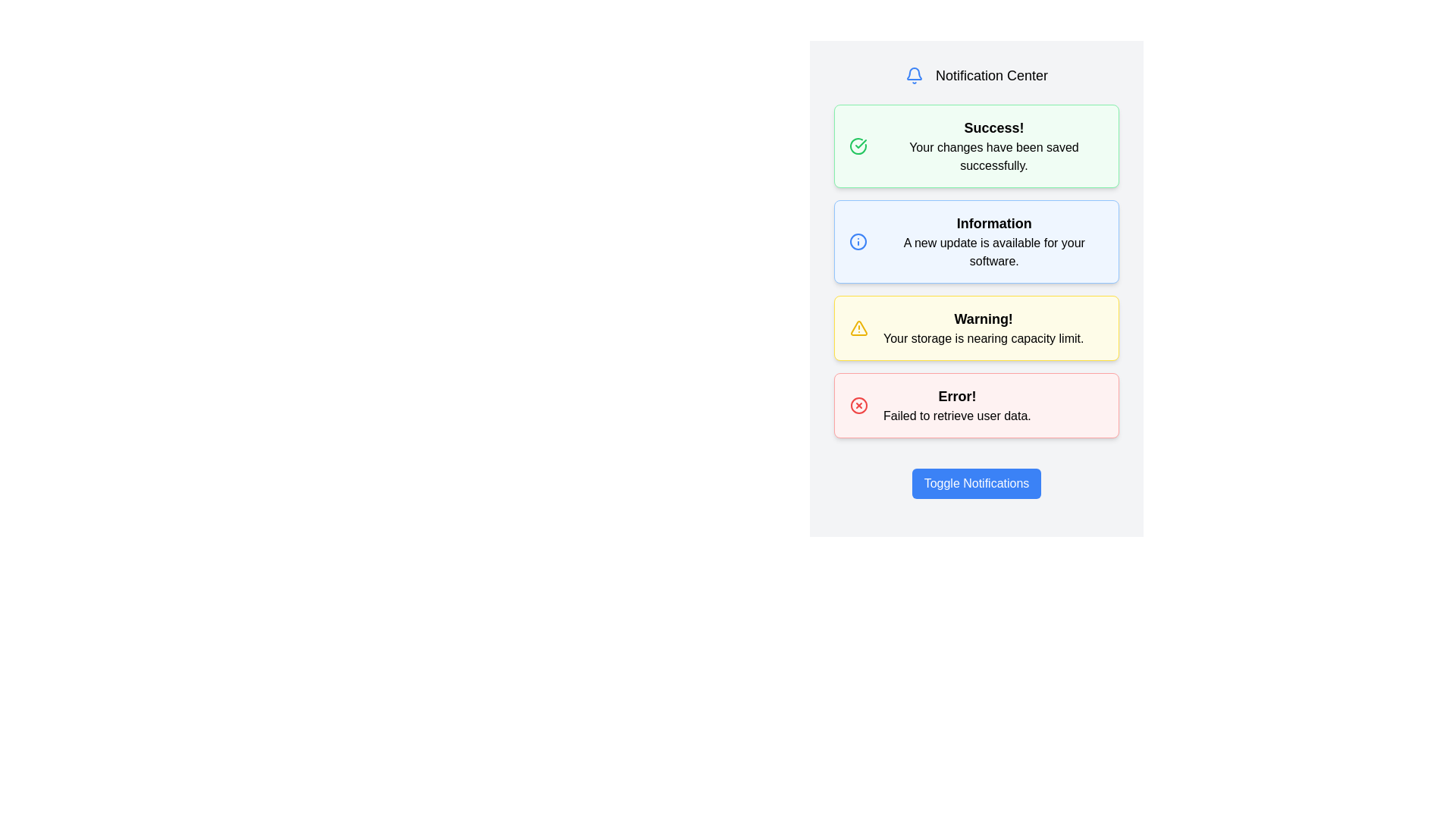 The image size is (1456, 819). Describe the element at coordinates (861, 143) in the screenshot. I see `the green checkmark icon within the 'Success!' notification card to acknowledge the notification` at that location.